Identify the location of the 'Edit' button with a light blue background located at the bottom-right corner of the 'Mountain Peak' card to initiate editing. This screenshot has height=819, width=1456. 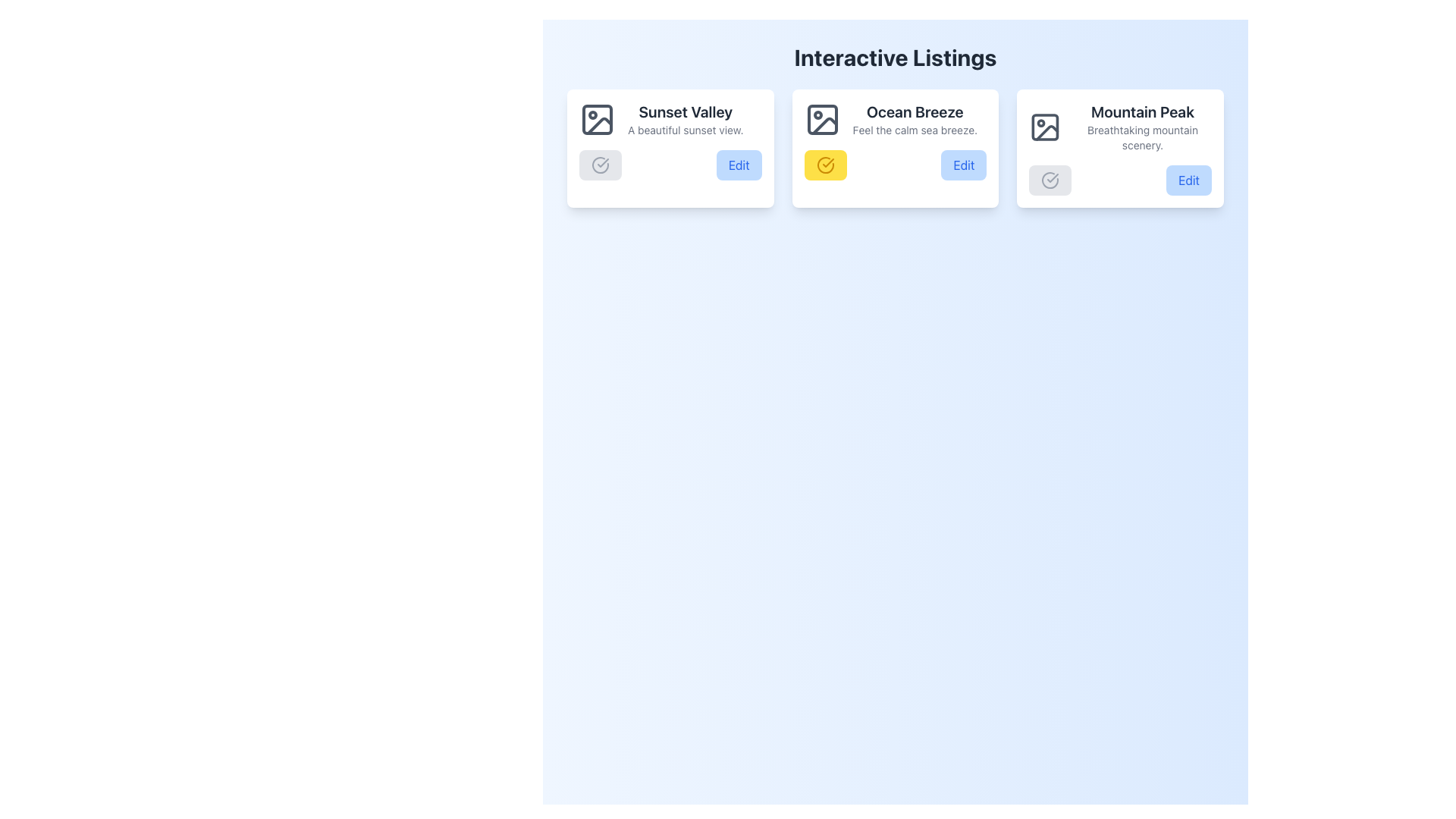
(1188, 180).